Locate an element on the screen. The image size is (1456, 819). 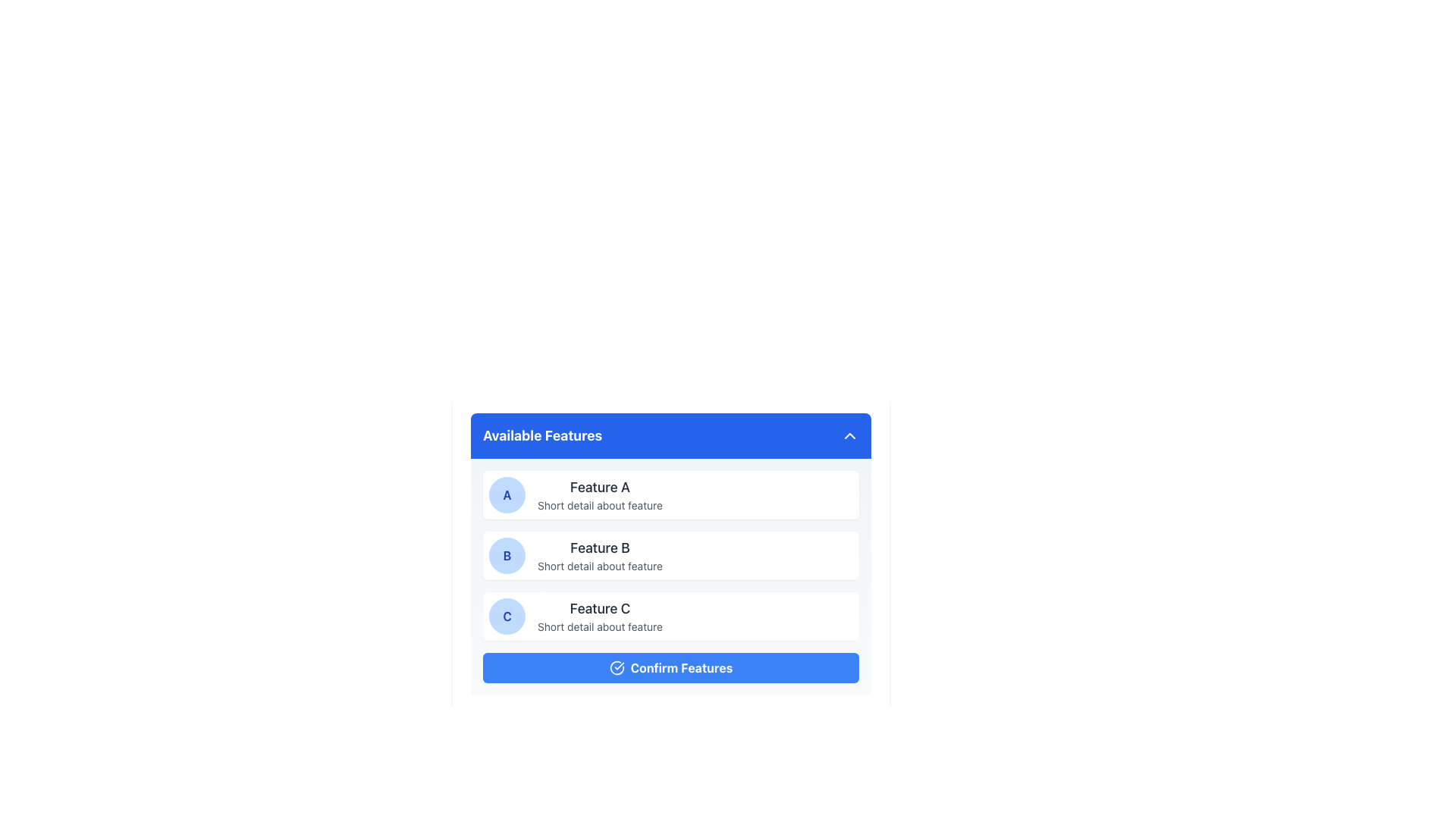
the 'Feature B' text display which includes a title and subtitle within a white card, located in the second card of the 'Available Features' panel is located at coordinates (599, 555).